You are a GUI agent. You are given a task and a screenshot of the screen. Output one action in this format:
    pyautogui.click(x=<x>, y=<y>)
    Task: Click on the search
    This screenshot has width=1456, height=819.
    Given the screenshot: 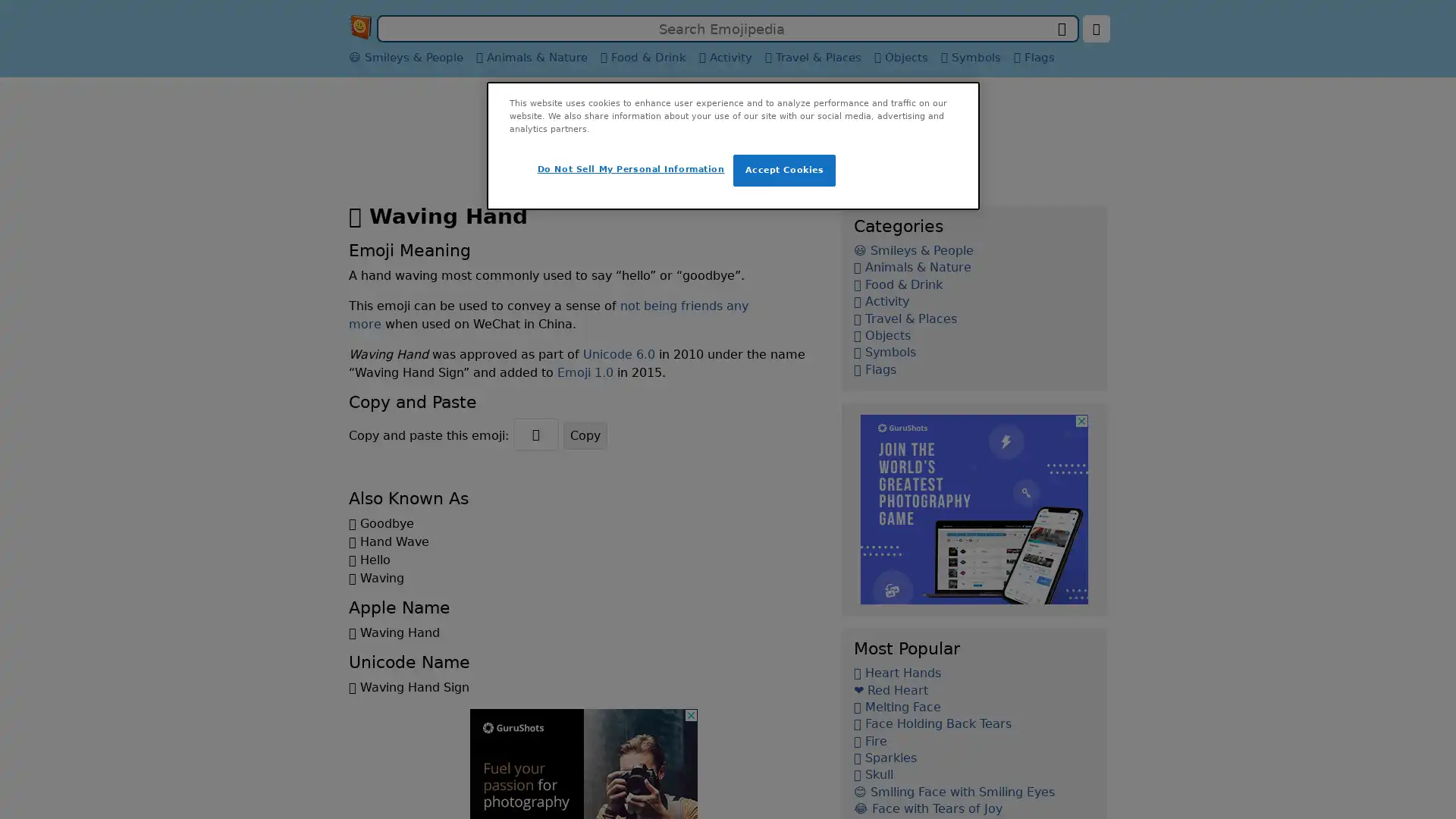 What is the action you would take?
    pyautogui.click(x=1061, y=29)
    